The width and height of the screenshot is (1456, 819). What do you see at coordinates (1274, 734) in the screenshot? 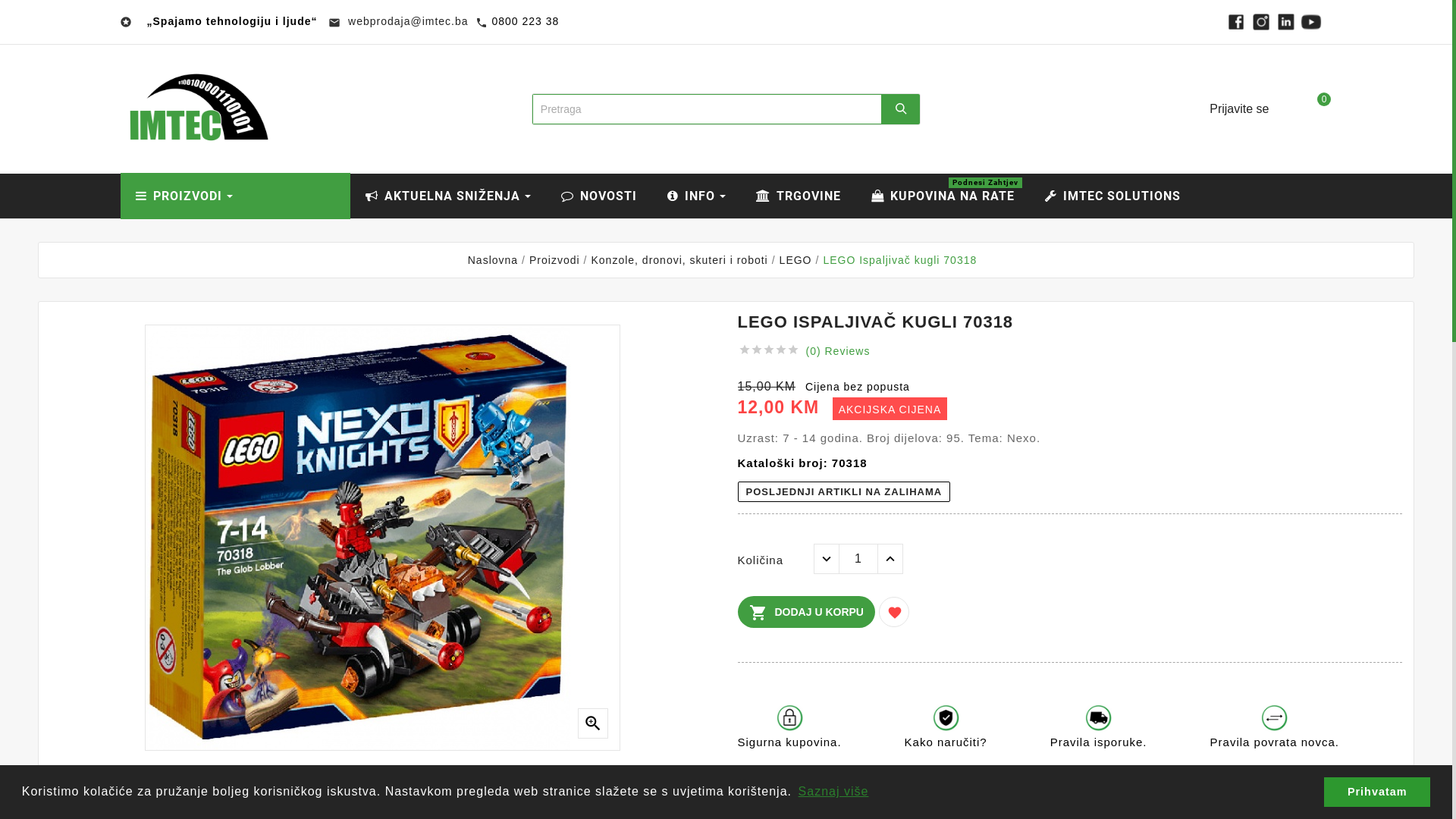
I see `'  Pravila povrata novca.'` at bounding box center [1274, 734].